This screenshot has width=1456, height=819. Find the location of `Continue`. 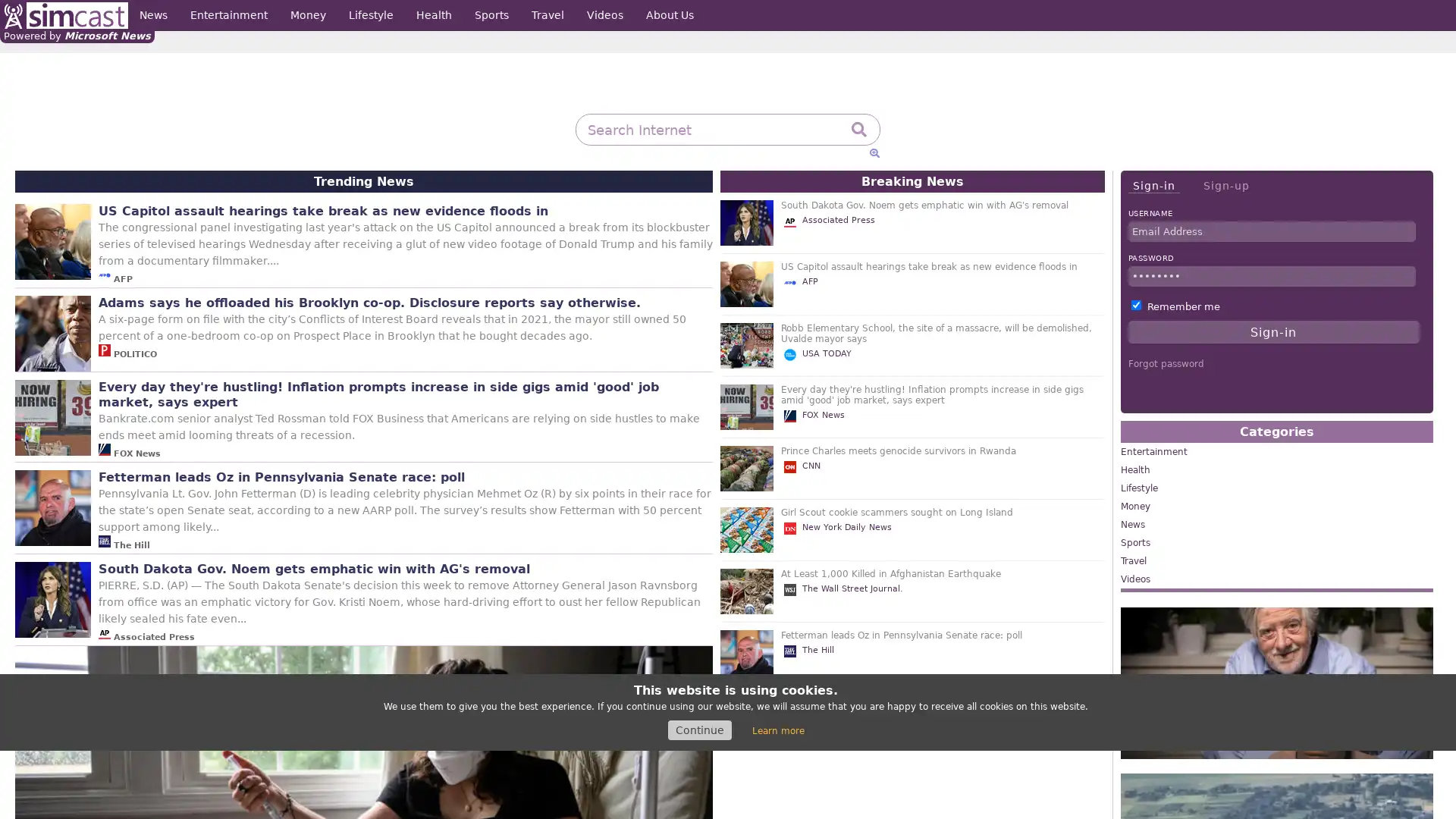

Continue is located at coordinates (698, 730).